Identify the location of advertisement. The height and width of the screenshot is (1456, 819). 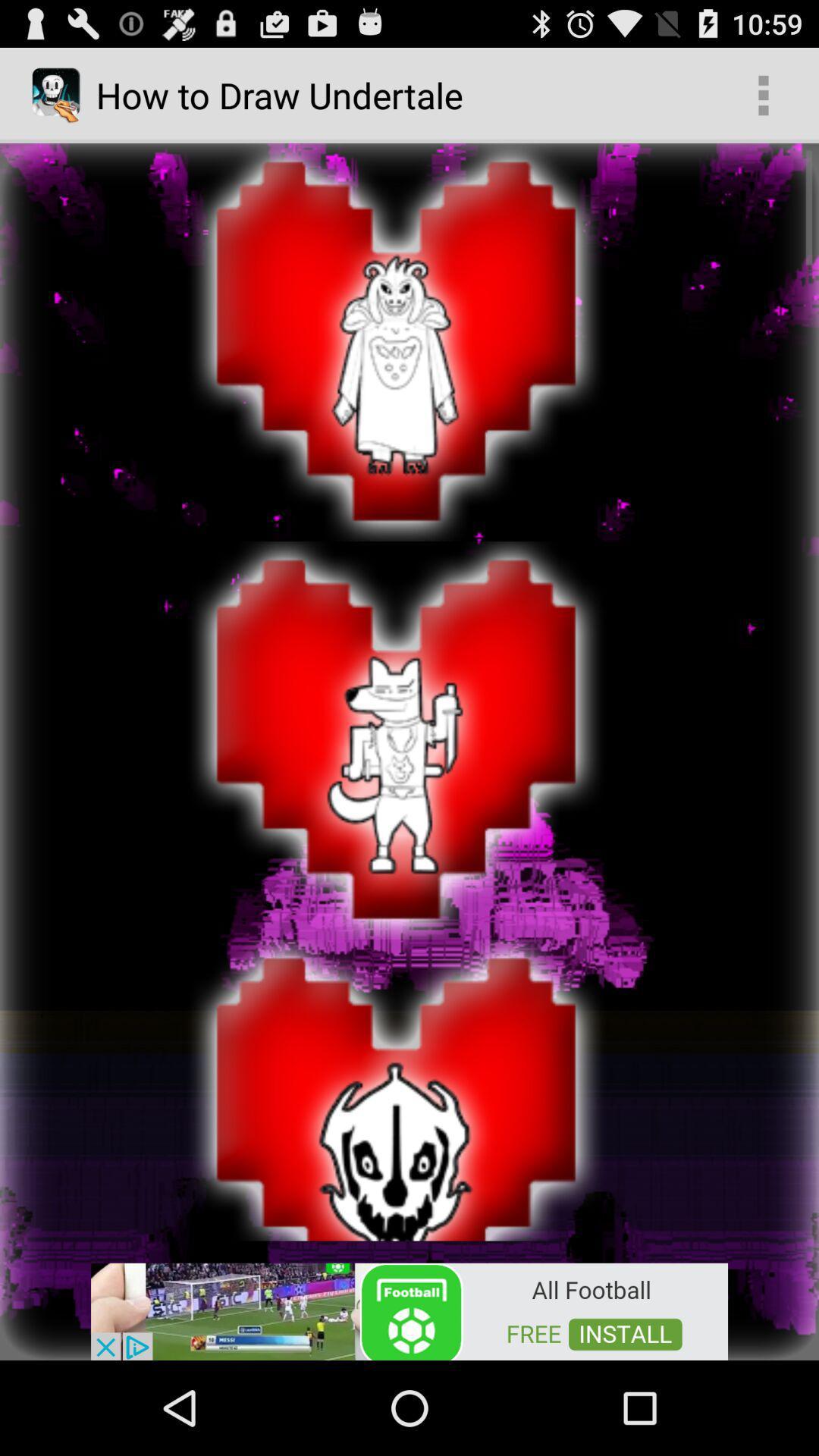
(409, 1310).